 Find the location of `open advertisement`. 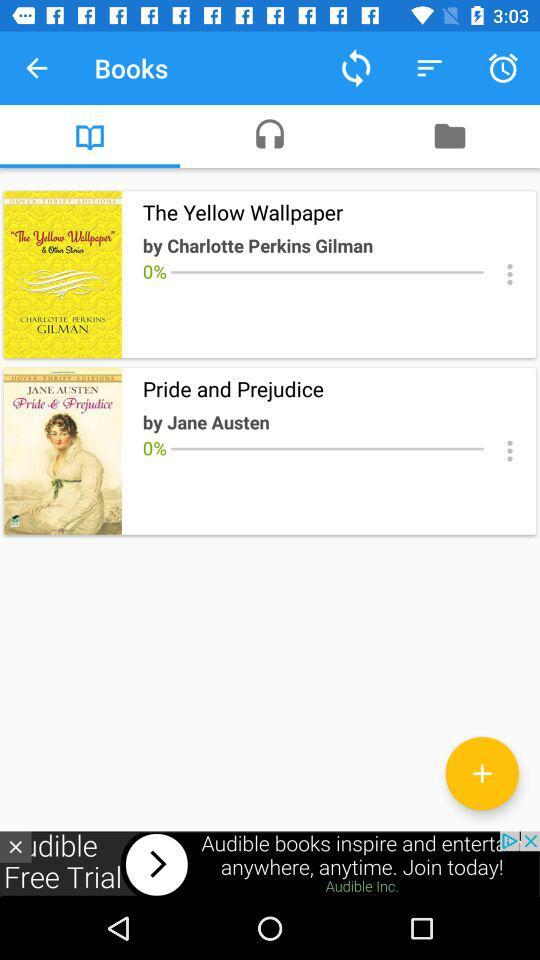

open advertisement is located at coordinates (270, 863).